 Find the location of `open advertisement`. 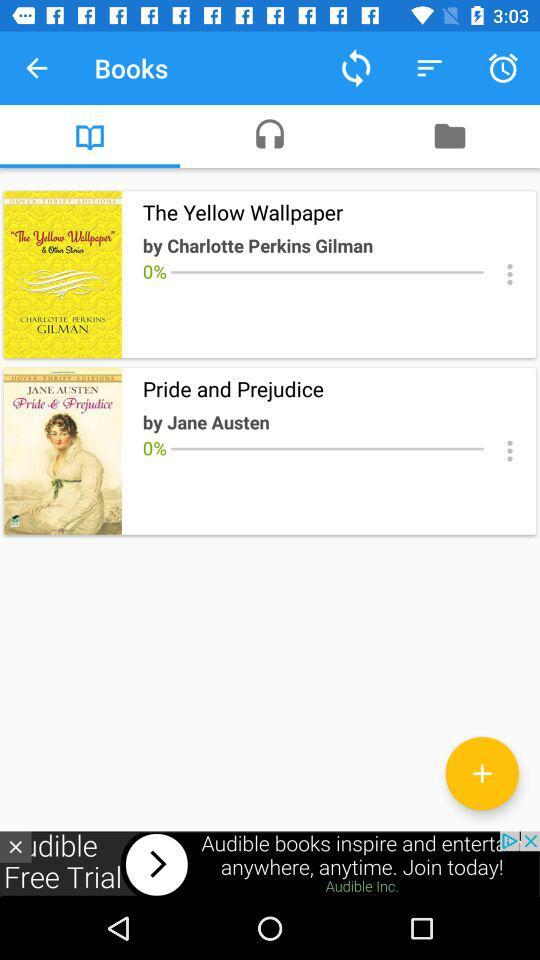

open advertisement is located at coordinates (270, 863).